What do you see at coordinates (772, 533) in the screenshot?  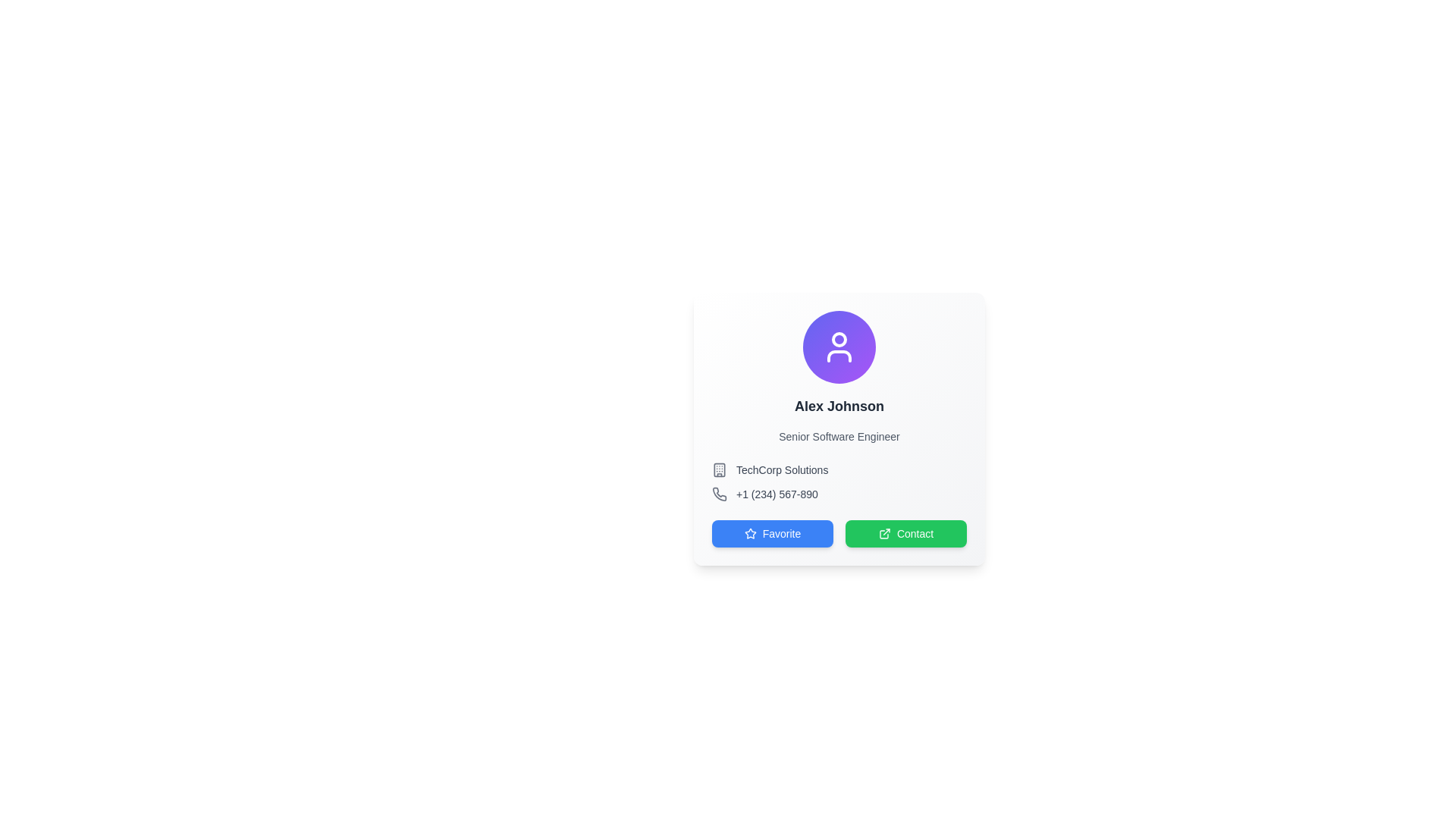 I see `the 'Favorite' button, which is a rectangular button with a blue background, white text, and a star icon on the left side, located below the contact details of 'Alex Johnson'` at bounding box center [772, 533].